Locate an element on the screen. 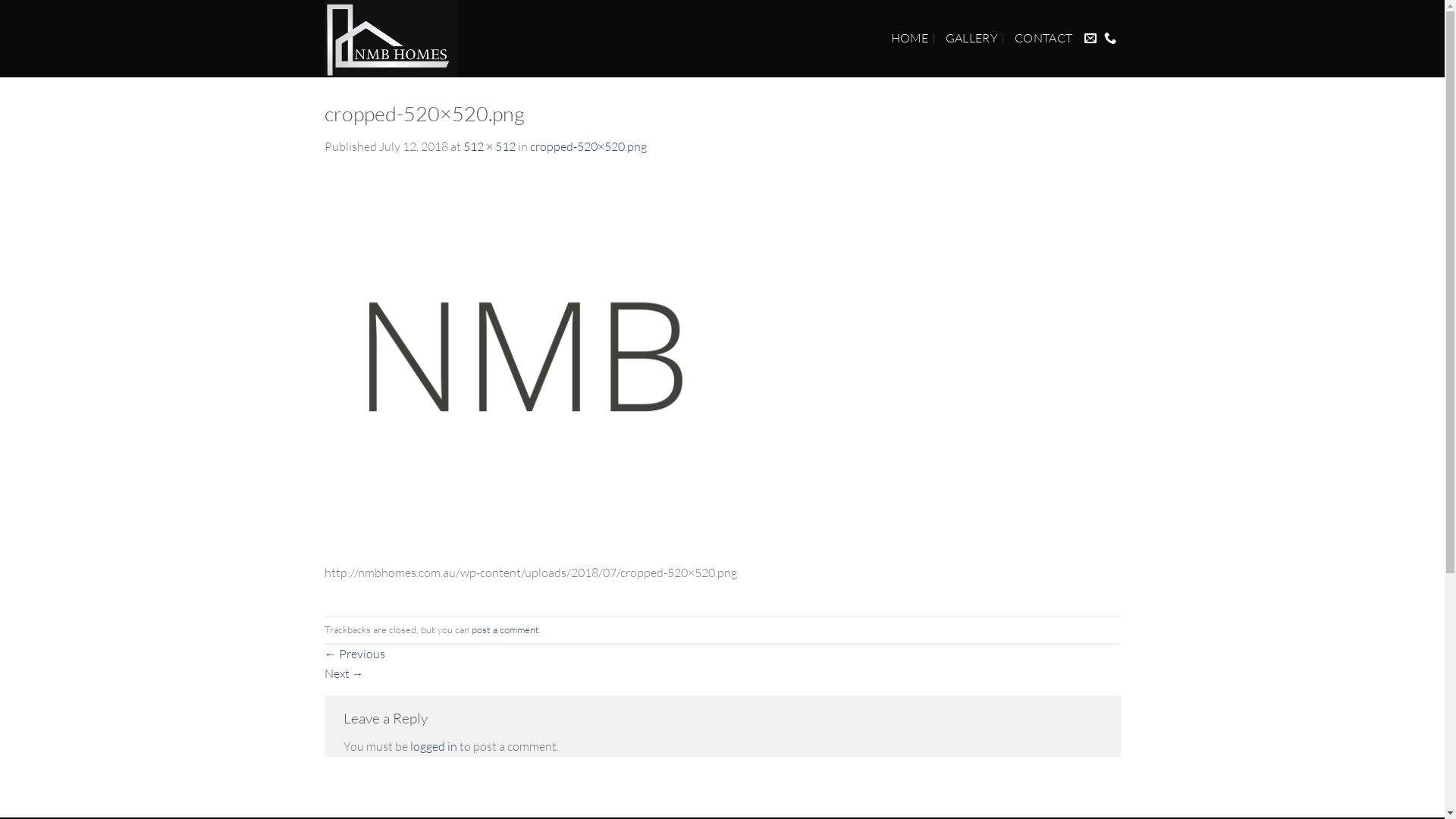 The image size is (1456, 819). 'NMB Homes - Renovation Specialist' is located at coordinates (403, 37).